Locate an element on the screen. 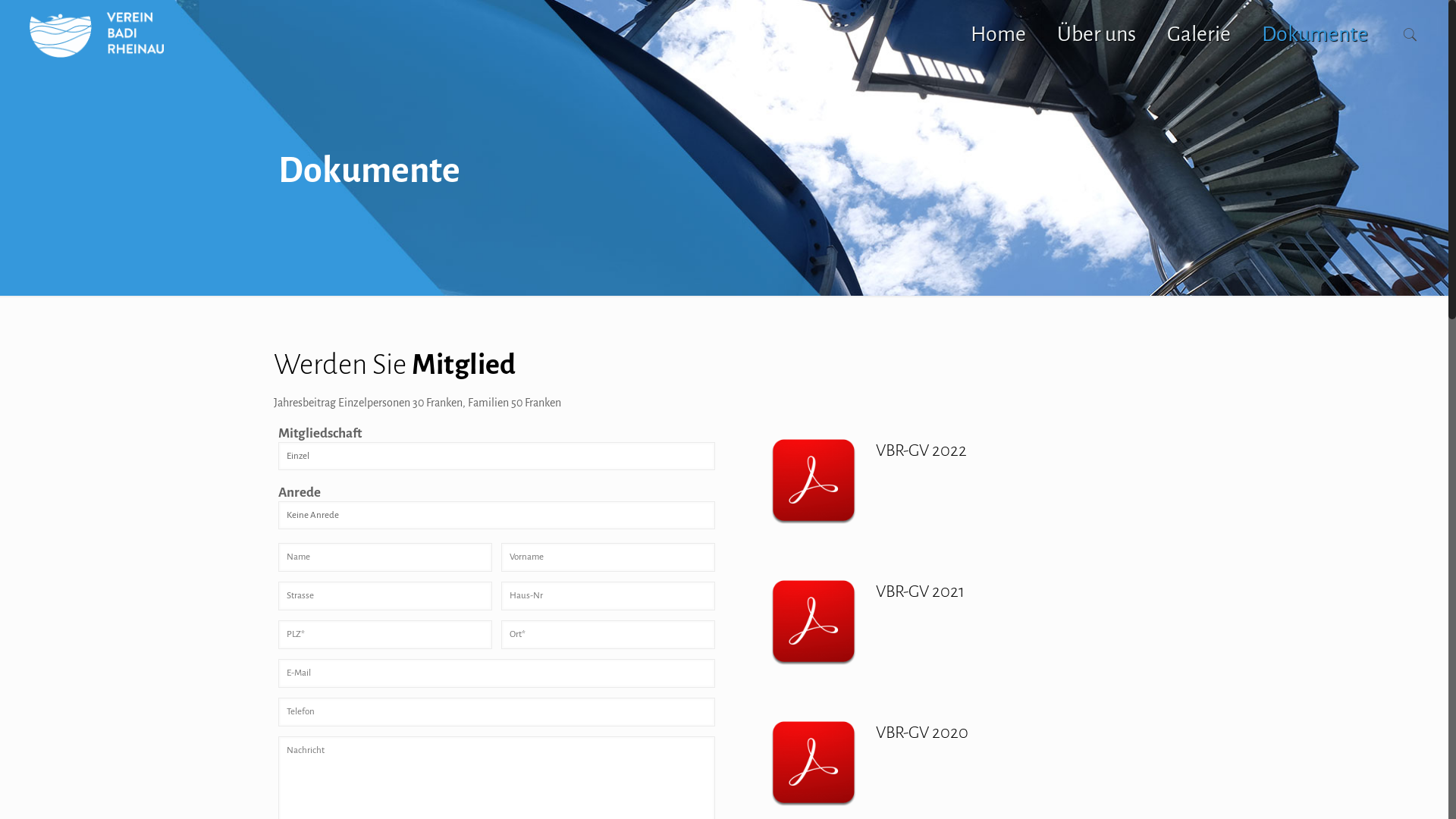 This screenshot has width=1456, height=819. 'Galerie' is located at coordinates (1151, 34).